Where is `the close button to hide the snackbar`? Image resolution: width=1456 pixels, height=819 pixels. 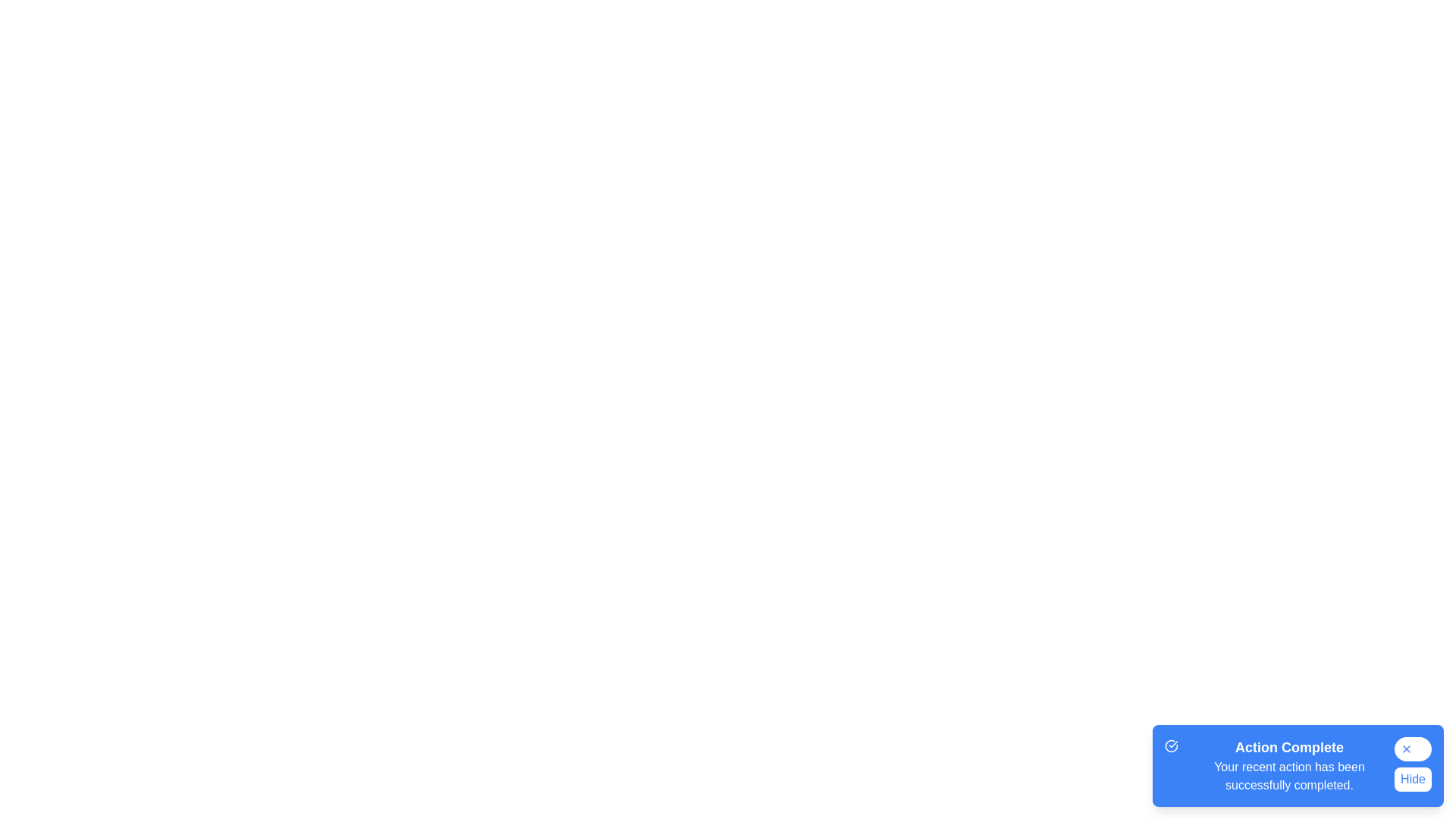
the close button to hide the snackbar is located at coordinates (1412, 748).